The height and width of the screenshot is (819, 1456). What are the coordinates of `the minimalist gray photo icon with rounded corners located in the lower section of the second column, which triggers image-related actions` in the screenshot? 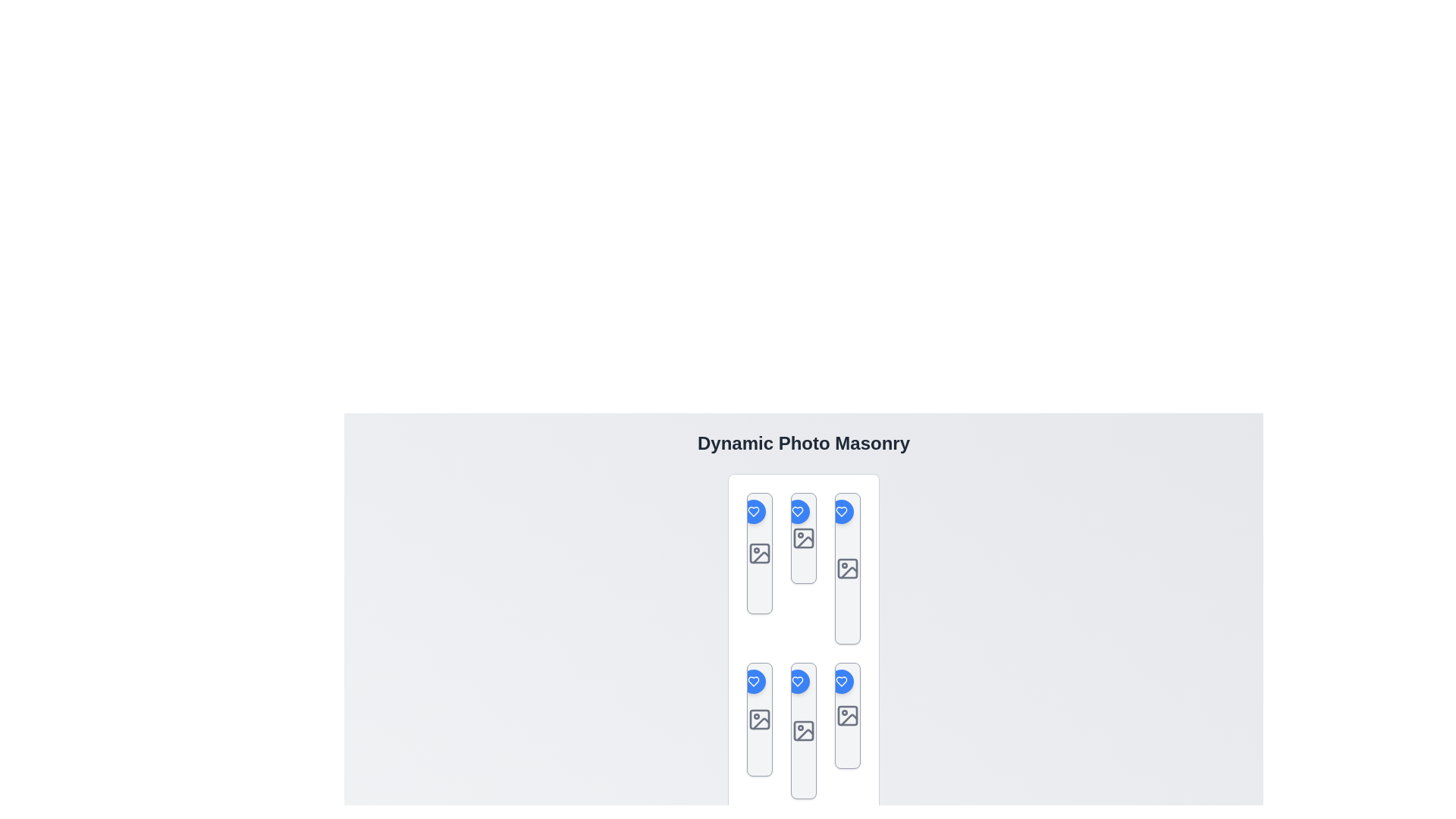 It's located at (760, 718).